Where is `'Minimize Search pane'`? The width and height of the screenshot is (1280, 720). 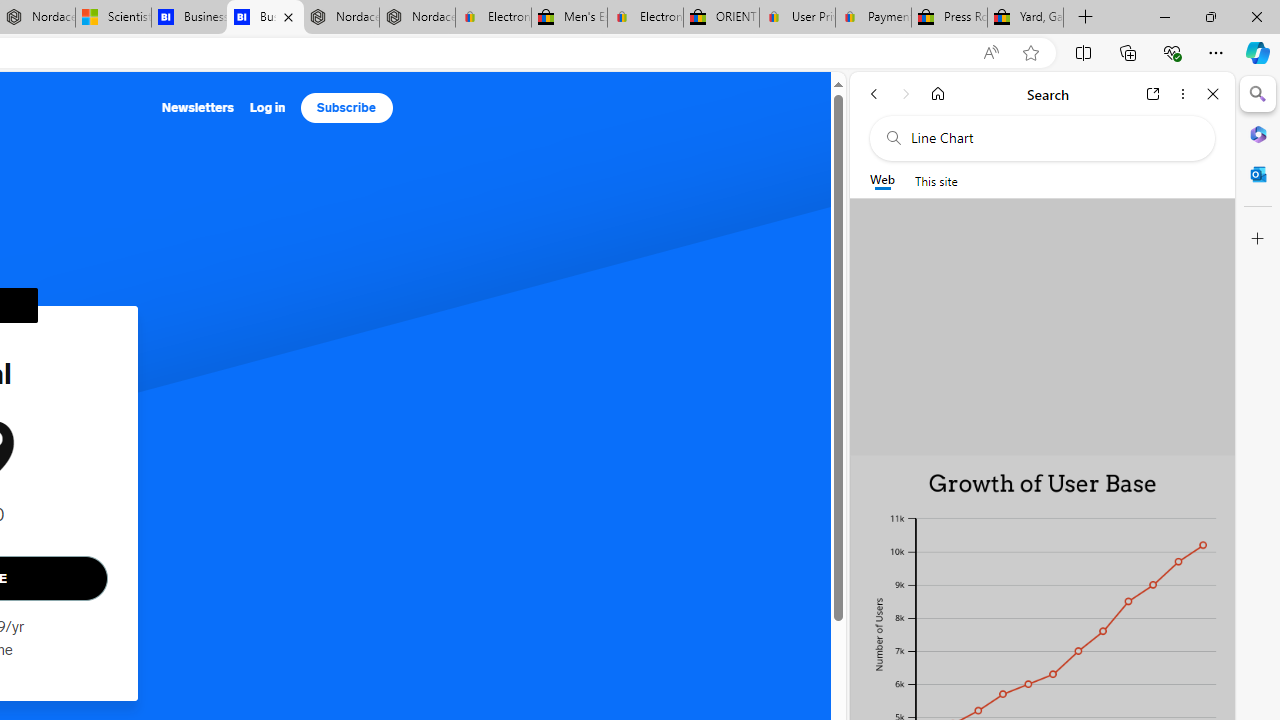
'Minimize Search pane' is located at coordinates (1257, 94).